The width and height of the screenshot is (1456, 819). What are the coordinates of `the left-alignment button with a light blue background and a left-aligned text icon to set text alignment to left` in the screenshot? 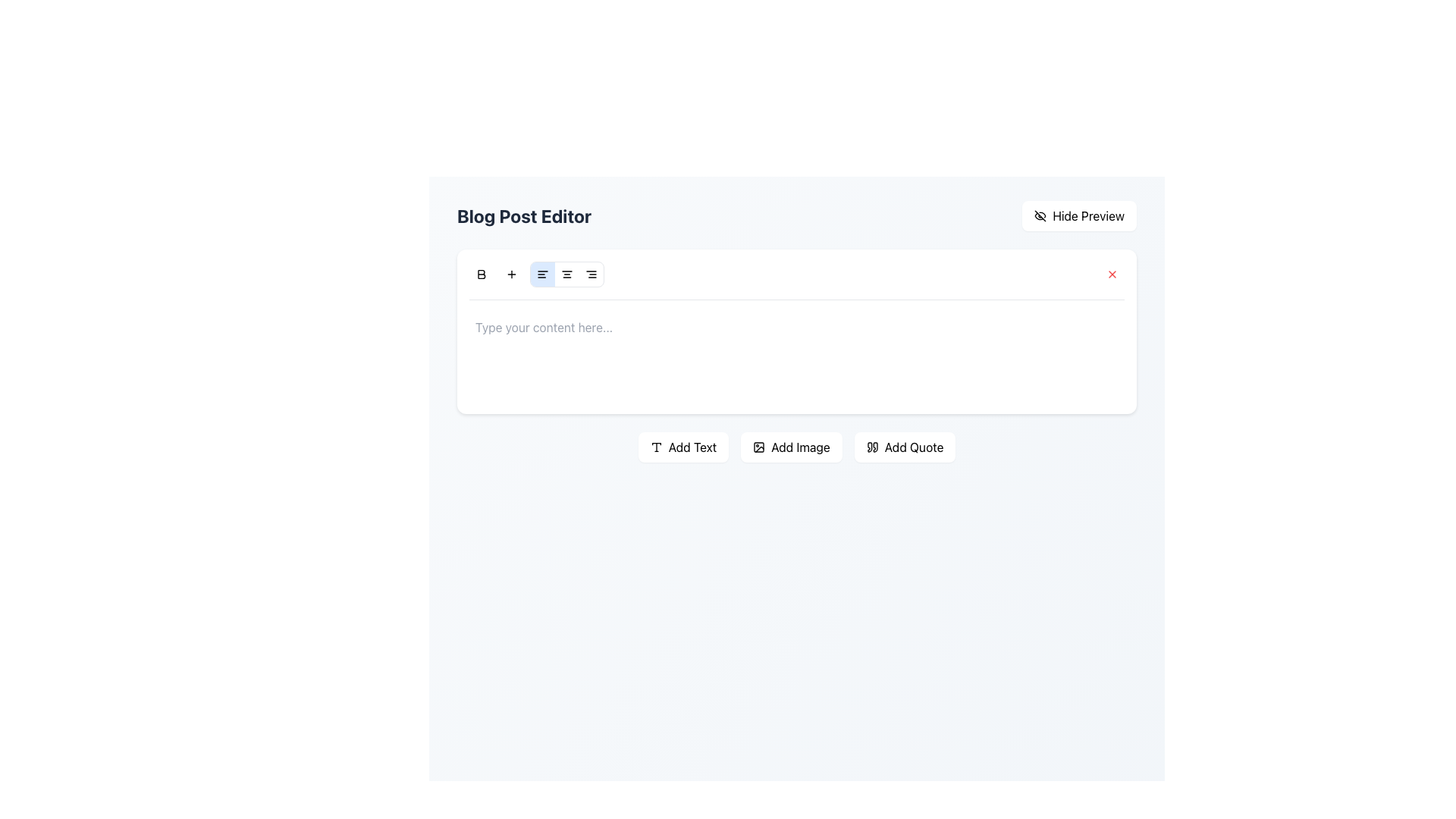 It's located at (542, 275).